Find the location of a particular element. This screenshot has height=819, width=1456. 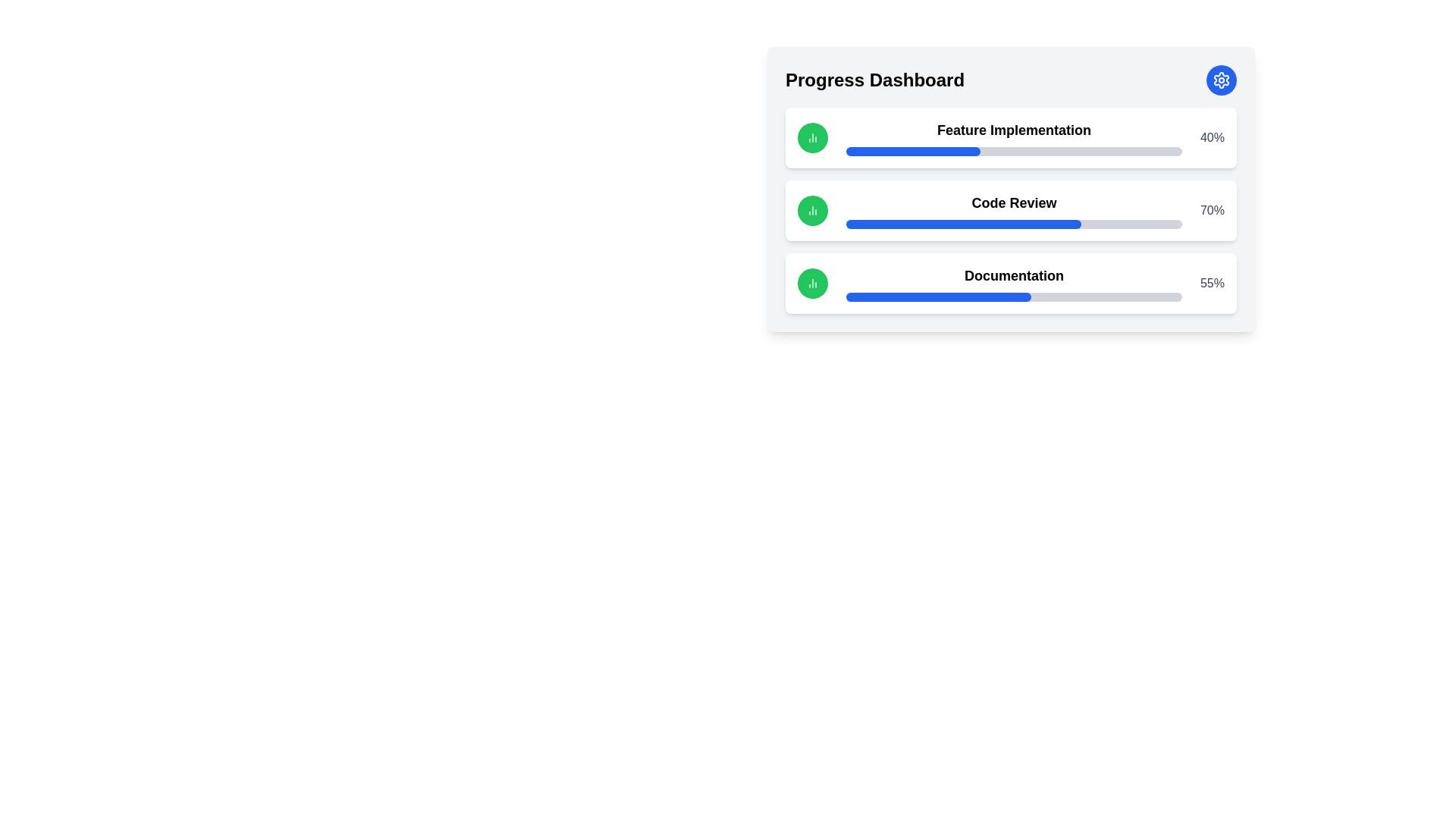

the progress bar indicating 70% completion in the 'Code Review' section, positioned beneath the 'Code Review' label and above the percentage indicator is located at coordinates (1014, 224).